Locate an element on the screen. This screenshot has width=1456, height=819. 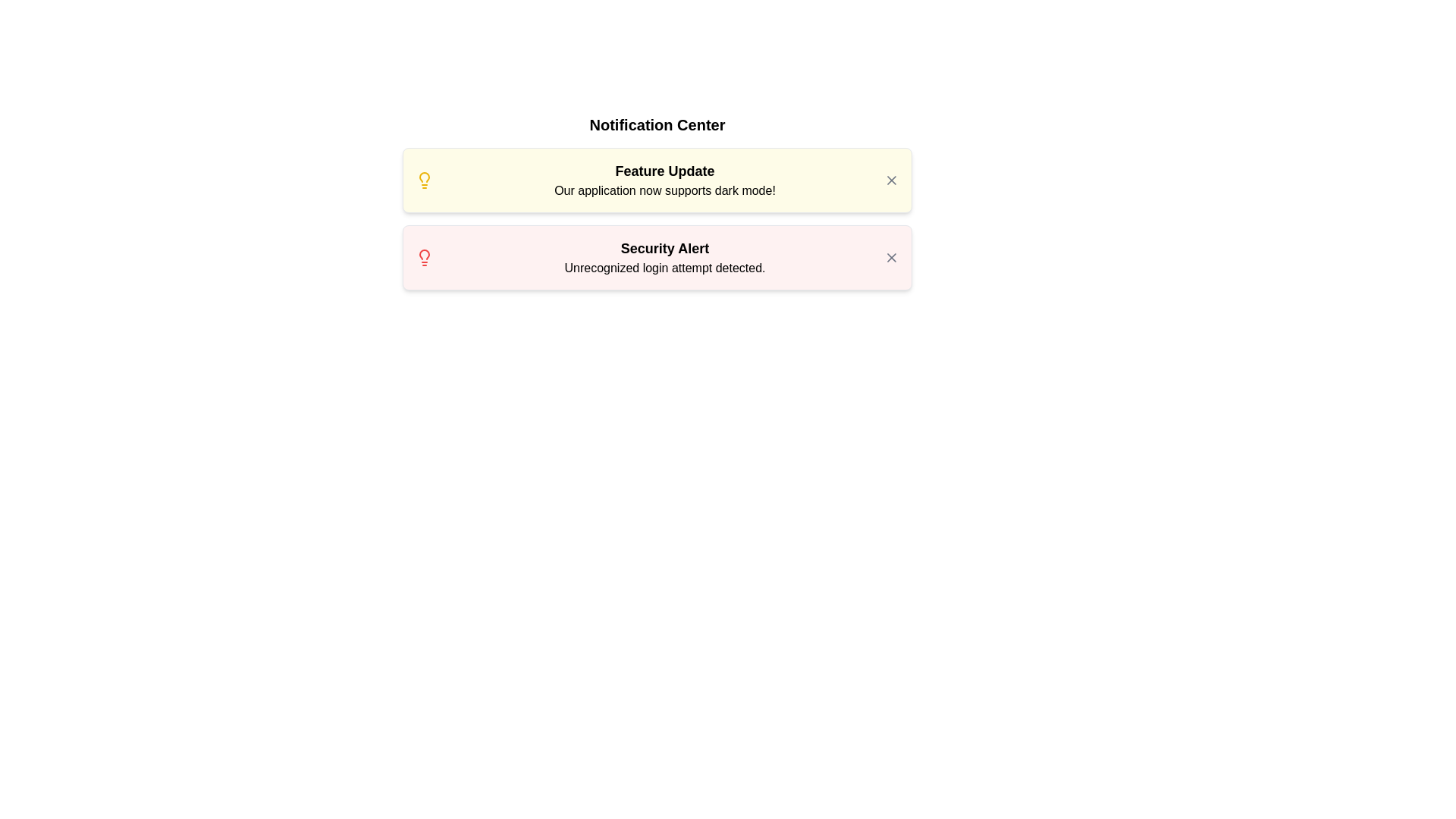
the cross icon located on the right side of the 'Security Alert' notification is located at coordinates (892, 256).